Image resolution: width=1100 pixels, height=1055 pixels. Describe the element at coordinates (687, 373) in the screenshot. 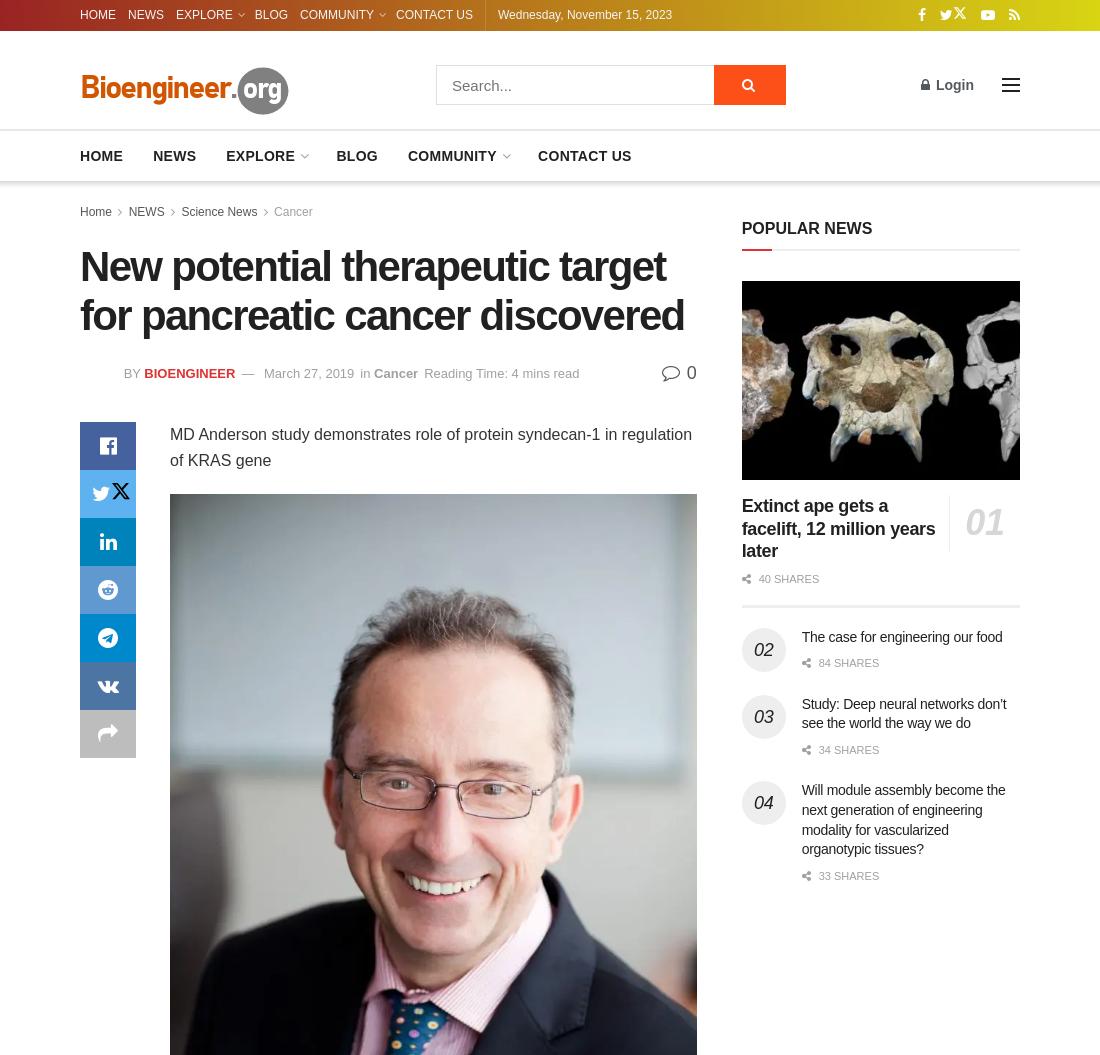

I see `'0'` at that location.